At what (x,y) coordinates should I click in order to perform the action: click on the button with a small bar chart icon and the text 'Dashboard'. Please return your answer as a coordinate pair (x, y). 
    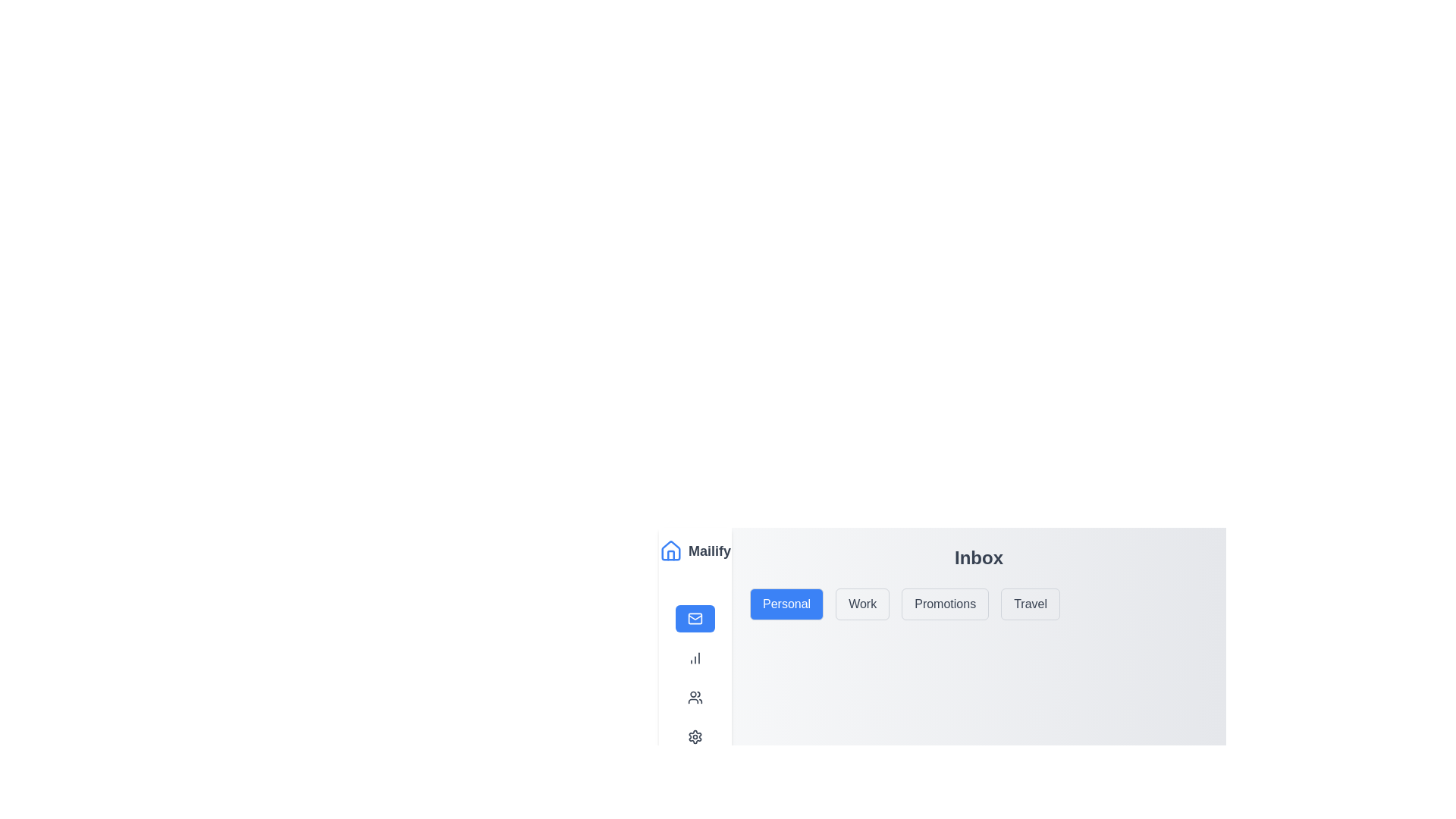
    Looking at the image, I should click on (694, 657).